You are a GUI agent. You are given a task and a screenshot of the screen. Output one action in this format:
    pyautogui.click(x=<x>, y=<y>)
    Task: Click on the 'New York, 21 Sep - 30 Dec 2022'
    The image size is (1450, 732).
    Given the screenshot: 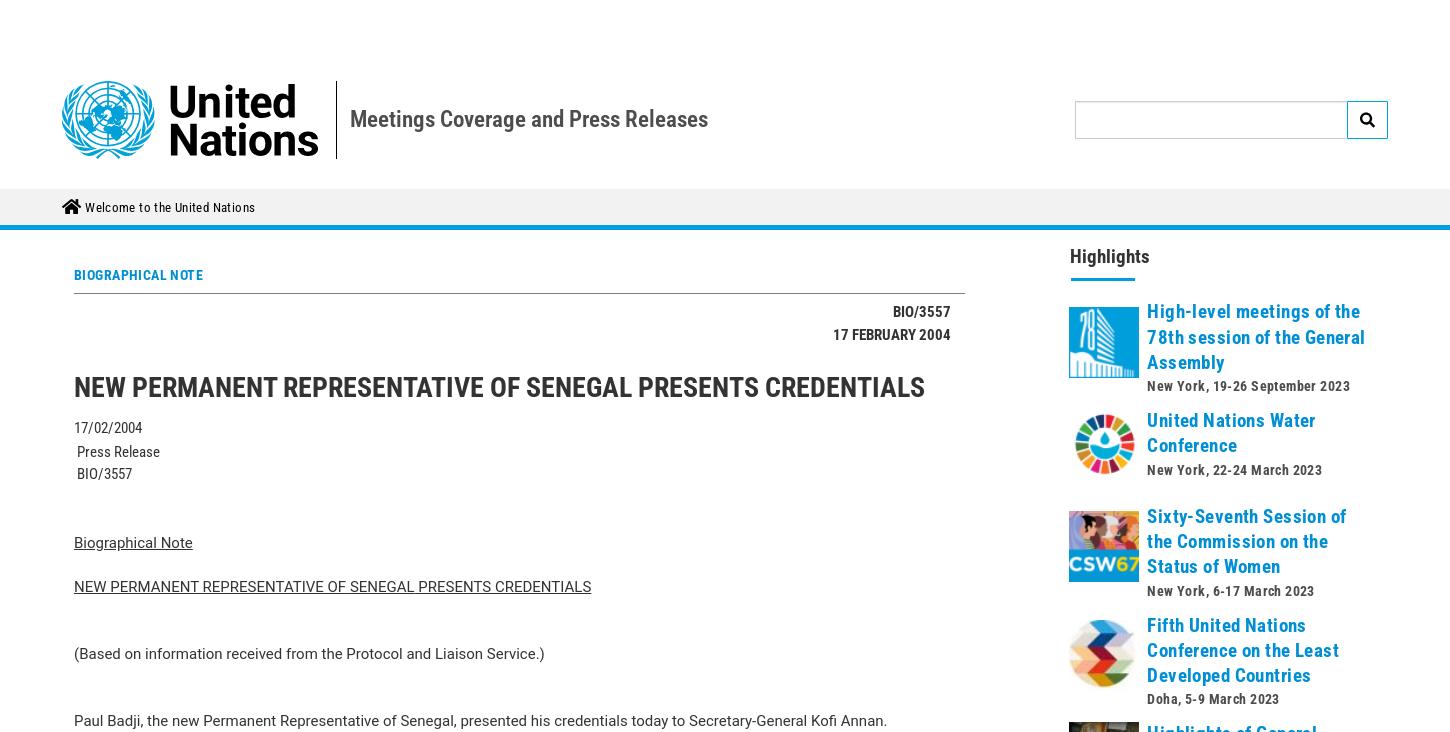 What is the action you would take?
    pyautogui.click(x=1242, y=591)
    